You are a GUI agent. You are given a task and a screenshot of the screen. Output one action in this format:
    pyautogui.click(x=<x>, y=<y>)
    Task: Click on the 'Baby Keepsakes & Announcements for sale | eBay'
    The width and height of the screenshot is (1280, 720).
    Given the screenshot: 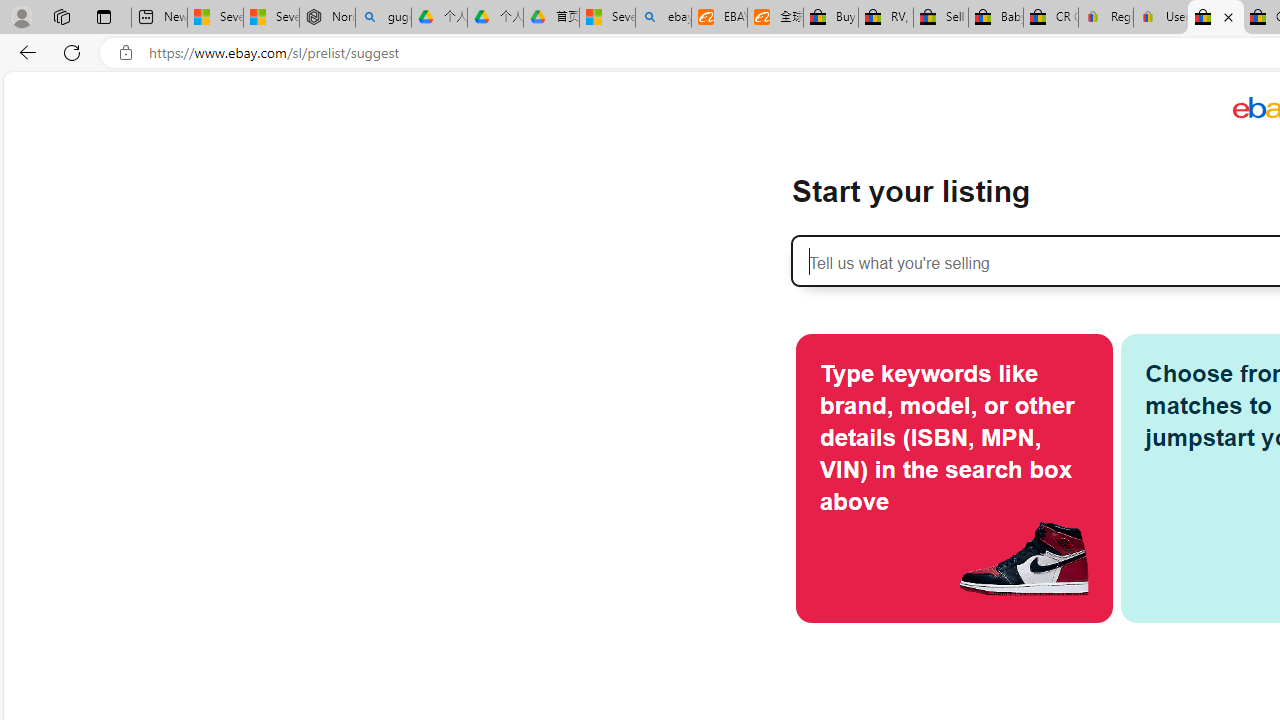 What is the action you would take?
    pyautogui.click(x=995, y=17)
    